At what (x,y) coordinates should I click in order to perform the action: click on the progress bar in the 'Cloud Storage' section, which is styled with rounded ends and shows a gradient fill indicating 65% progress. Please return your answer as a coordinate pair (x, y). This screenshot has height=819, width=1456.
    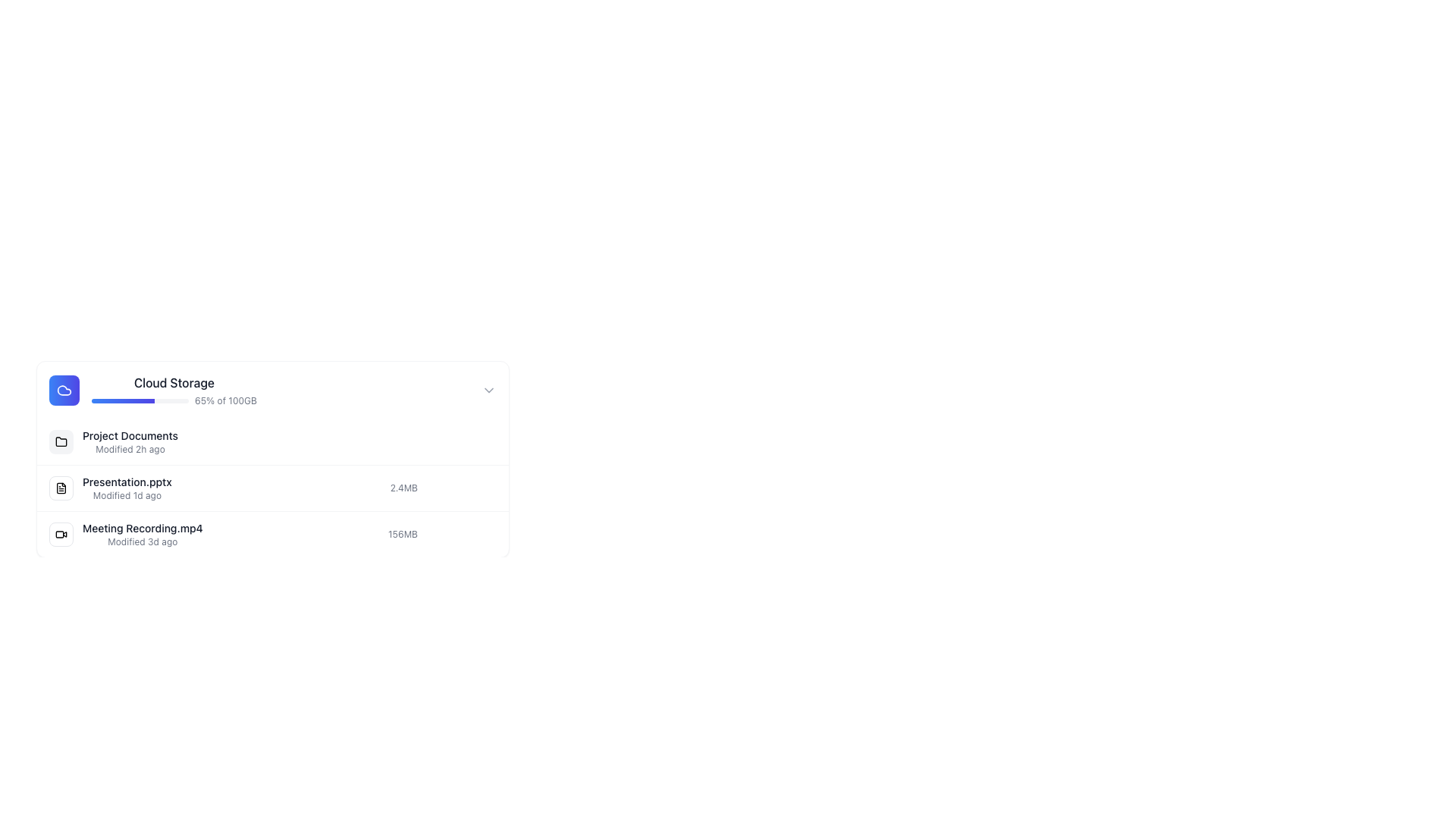
    Looking at the image, I should click on (140, 400).